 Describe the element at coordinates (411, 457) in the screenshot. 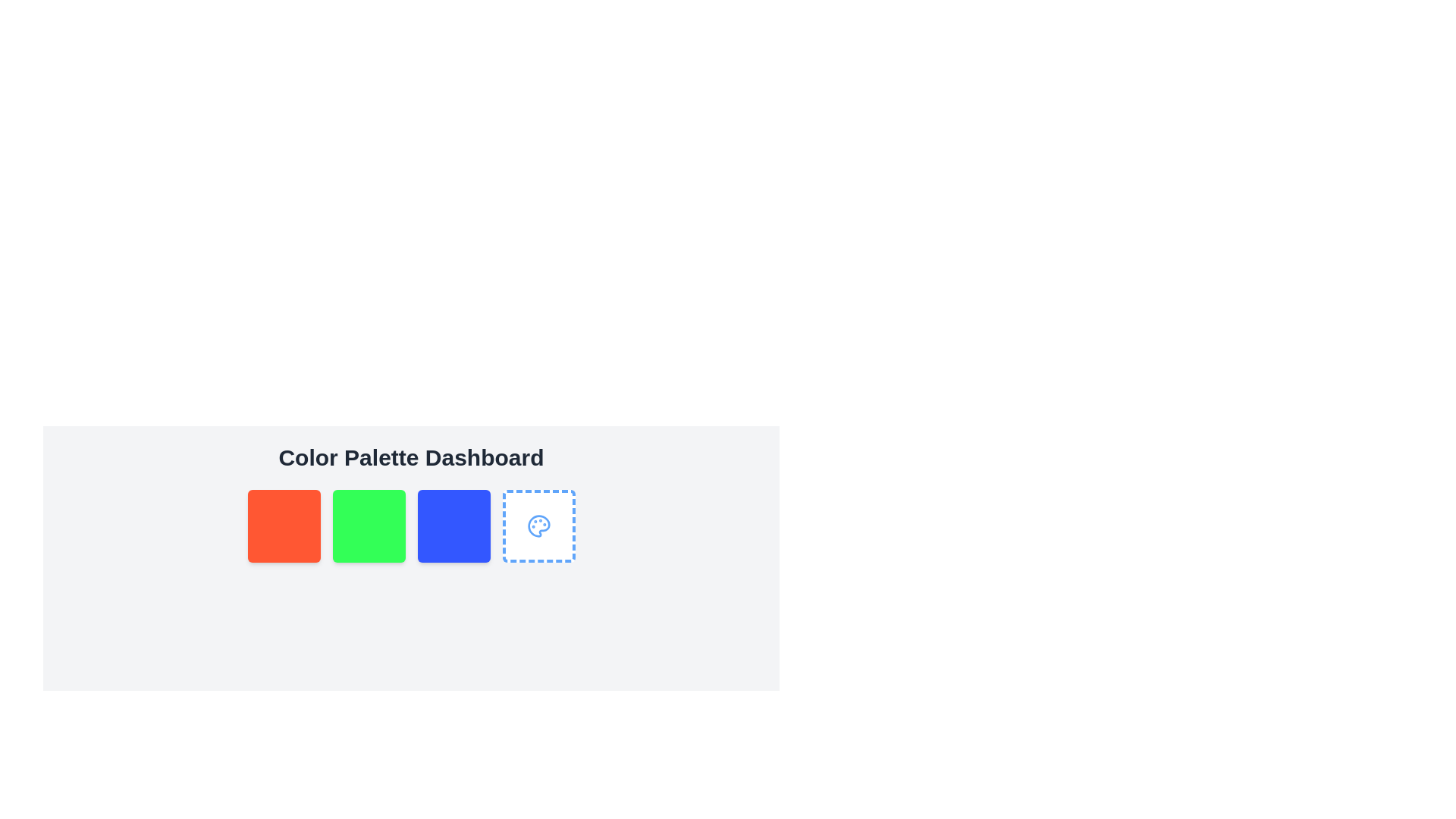

I see `the text label that serves as the title for the color palette interface, located above the row of colored squares` at that location.